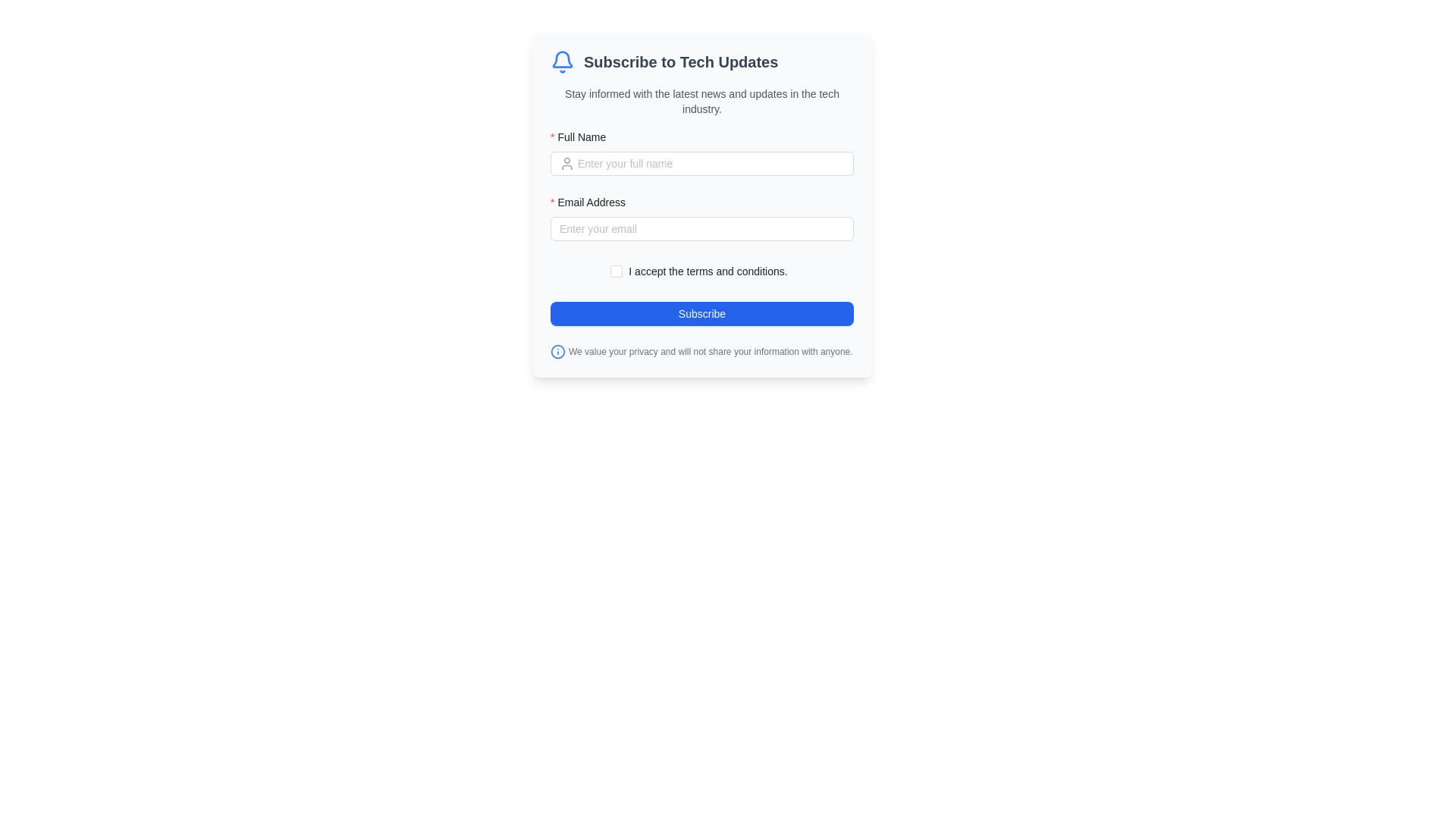 The height and width of the screenshot is (819, 1456). Describe the element at coordinates (701, 271) in the screenshot. I see `the hyperlink in the label stating 'I accept the terms and conditions' next to the checkbox in the form UI` at that location.